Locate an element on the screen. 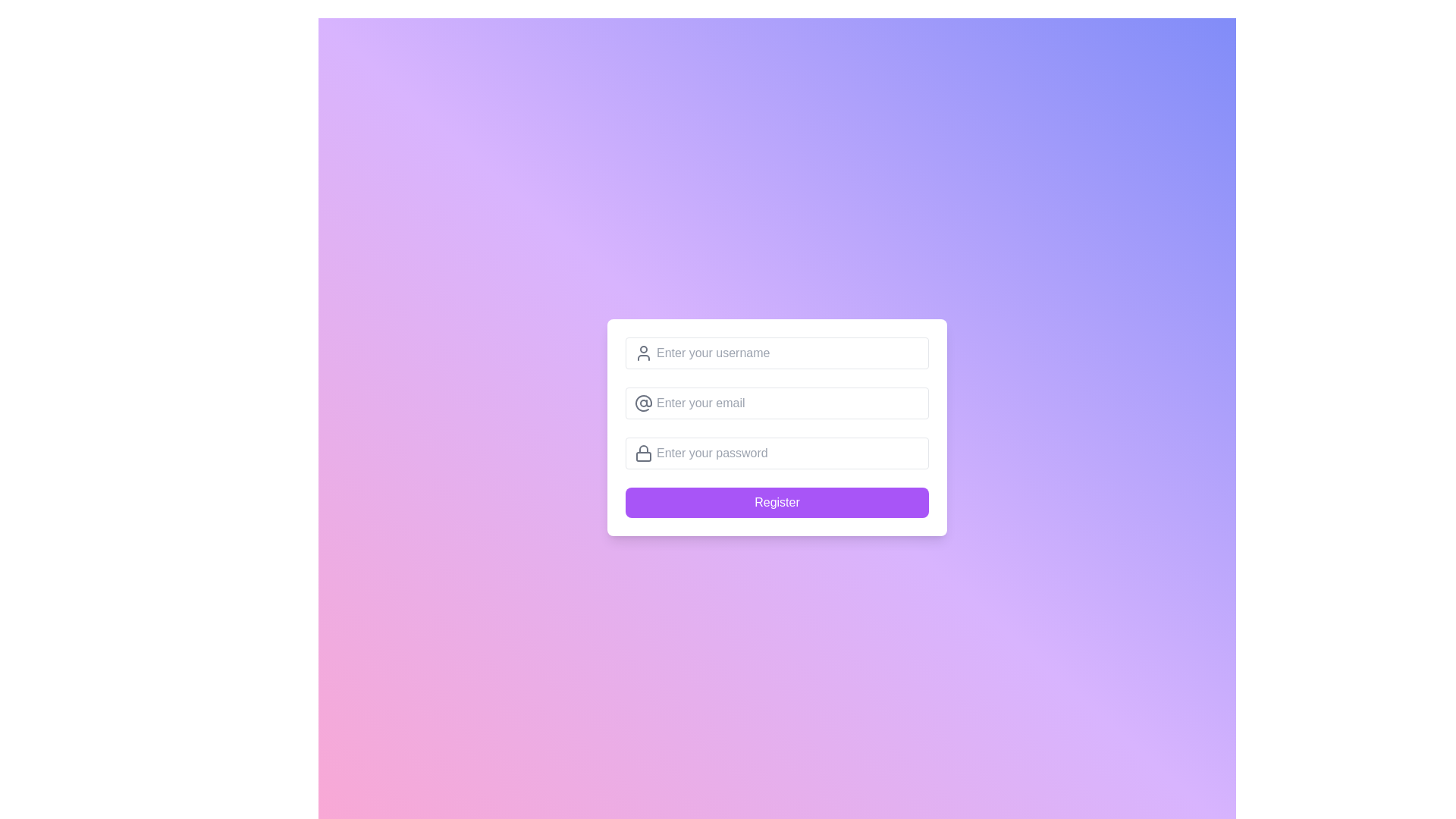  the input fields of the registration form is located at coordinates (777, 427).